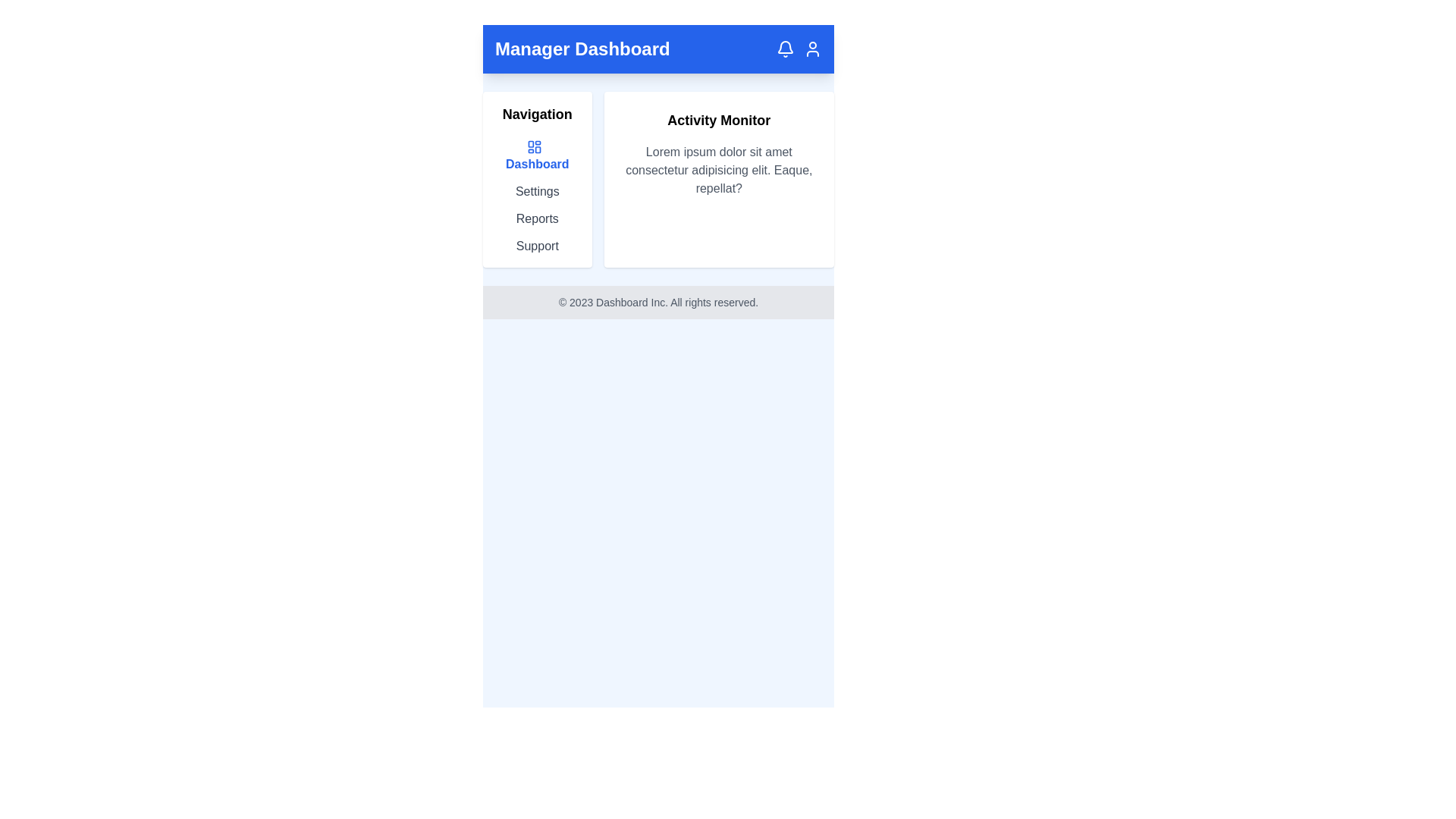  Describe the element at coordinates (786, 49) in the screenshot. I see `the notification indicator icon located near the top-right corner of the application's header` at that location.